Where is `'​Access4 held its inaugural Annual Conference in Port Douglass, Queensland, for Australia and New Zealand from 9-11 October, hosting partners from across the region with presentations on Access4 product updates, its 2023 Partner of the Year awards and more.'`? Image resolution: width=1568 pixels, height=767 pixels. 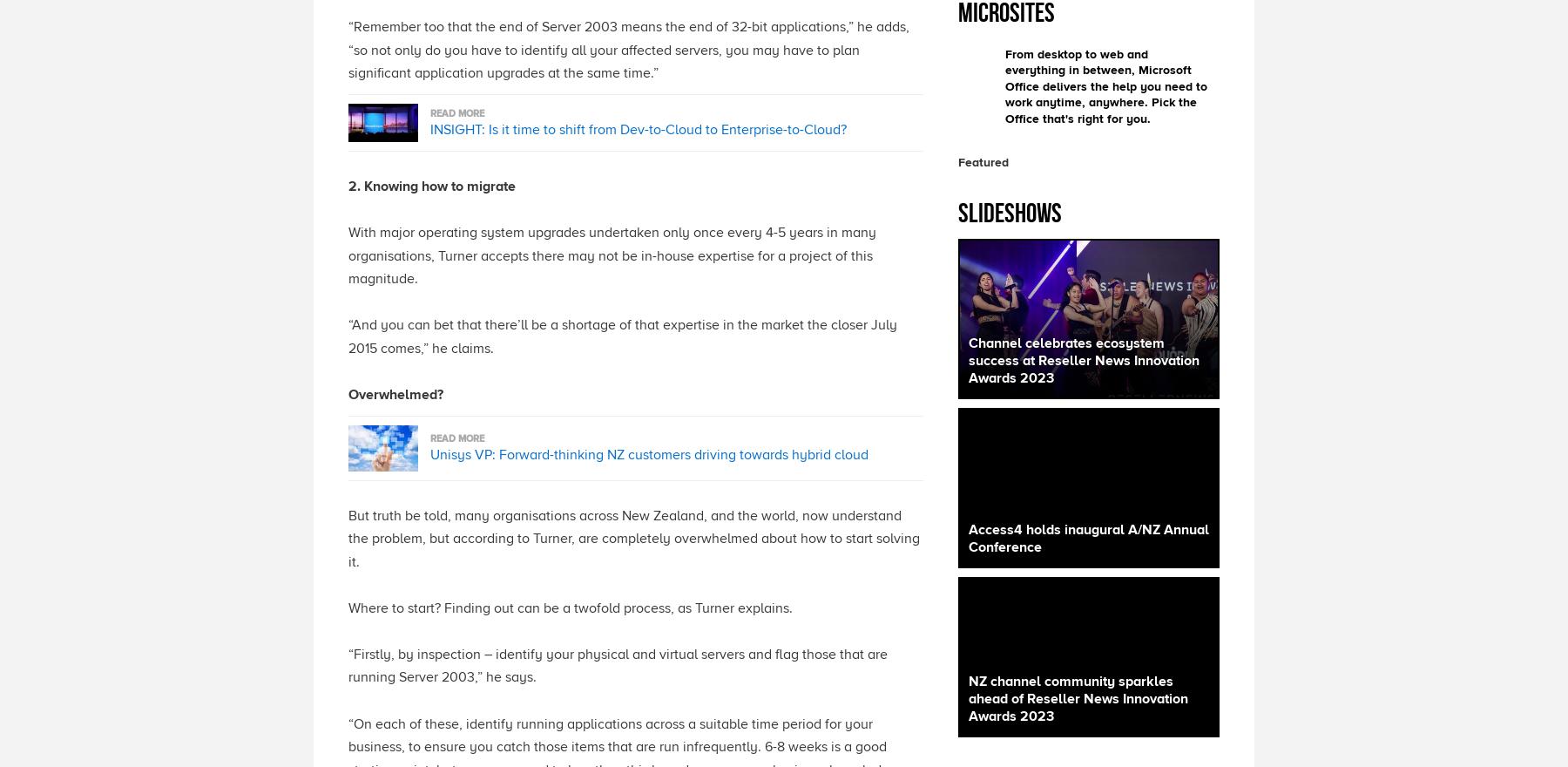
'​Access4 held its inaugural Annual Conference in Port Douglass, Queensland, for Australia and New Zealand from 9-11 October, hosting partners from across the region with presentations on Access4 product updates, its 2023 Partner of the Year awards and more.' is located at coordinates (1088, 597).